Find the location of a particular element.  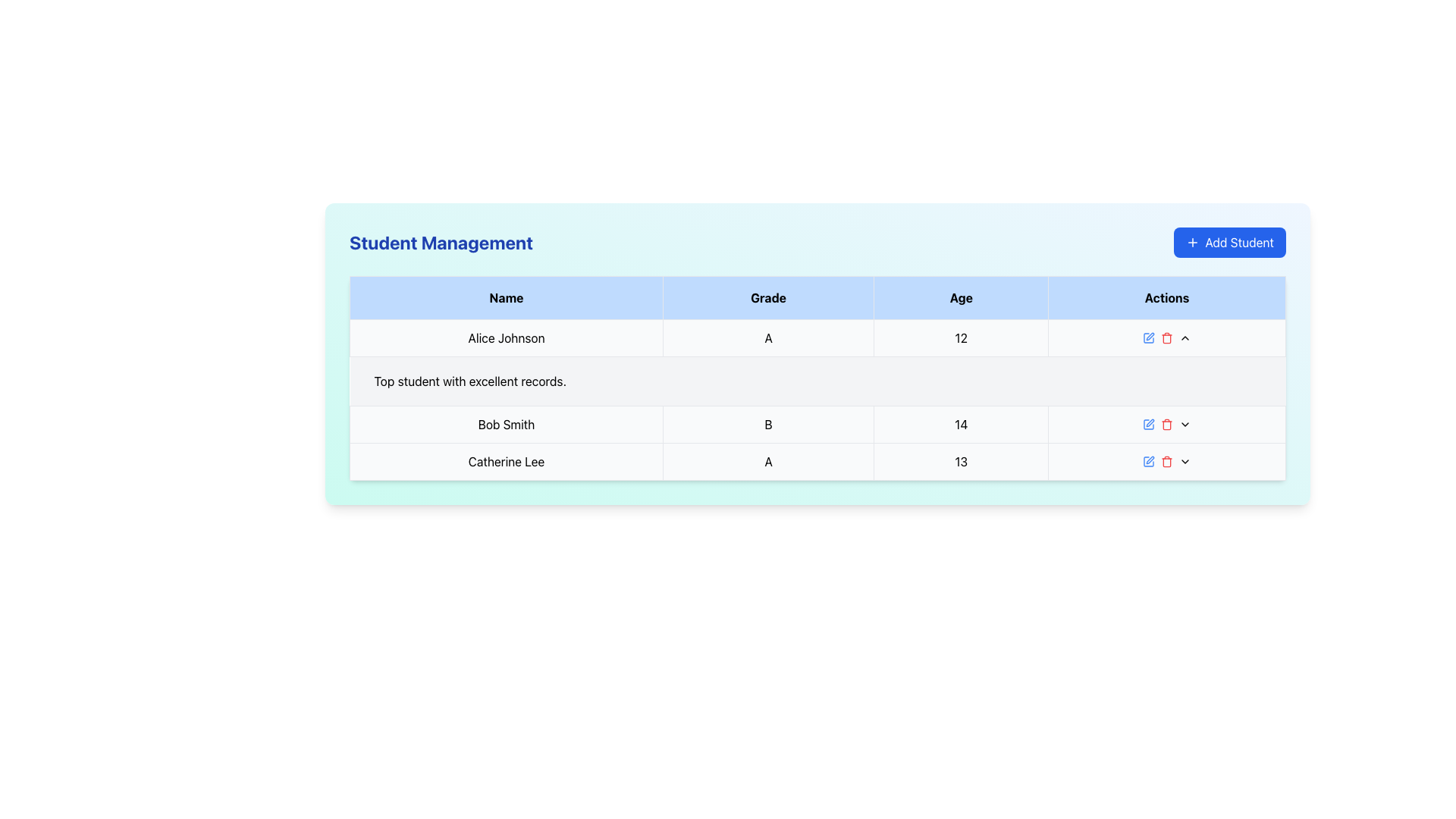

the text cell displaying the number '14' in the 'Age' column of the table corresponding to 'Bob Smith' is located at coordinates (960, 424).